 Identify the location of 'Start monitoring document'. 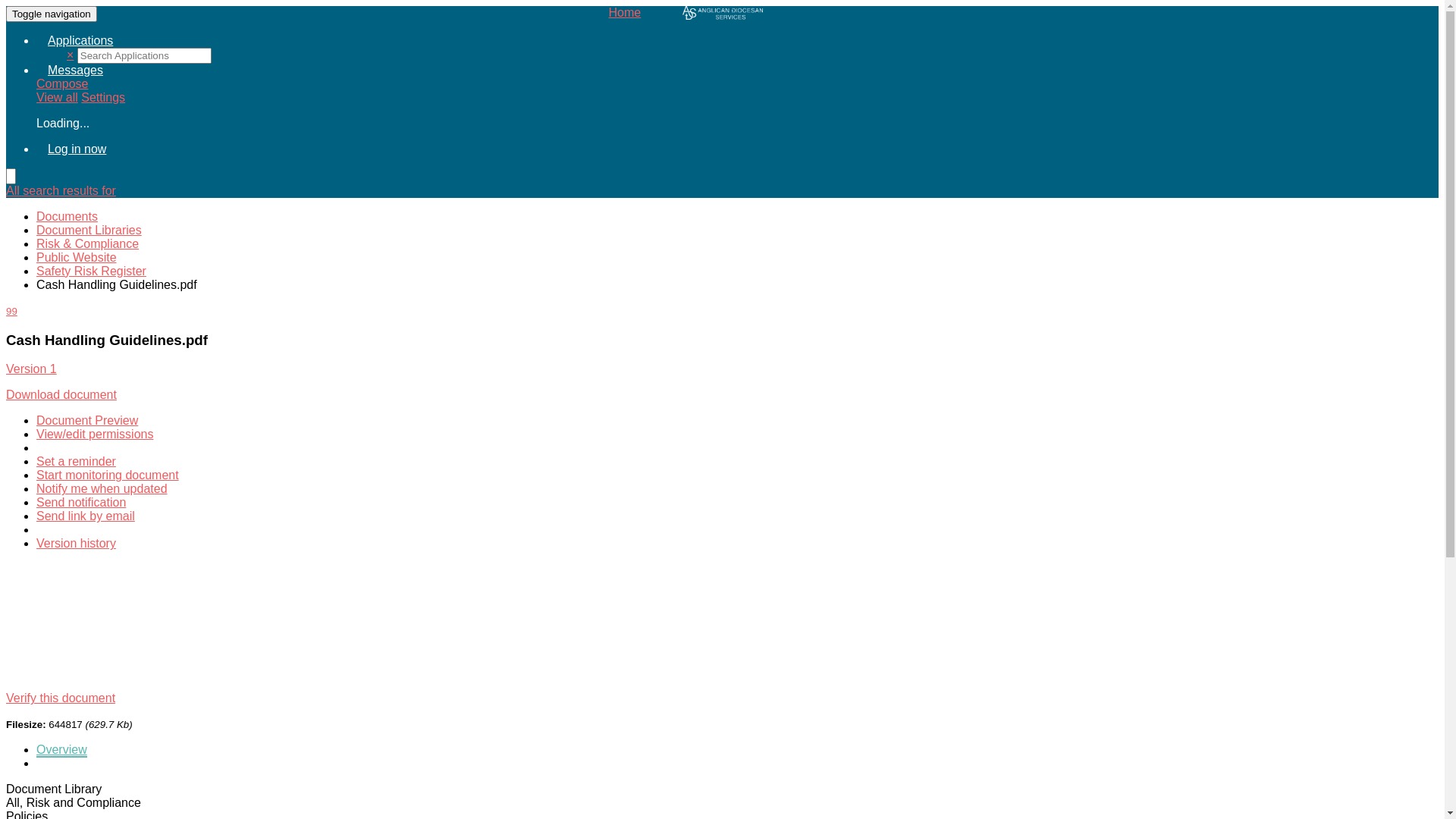
(107, 475).